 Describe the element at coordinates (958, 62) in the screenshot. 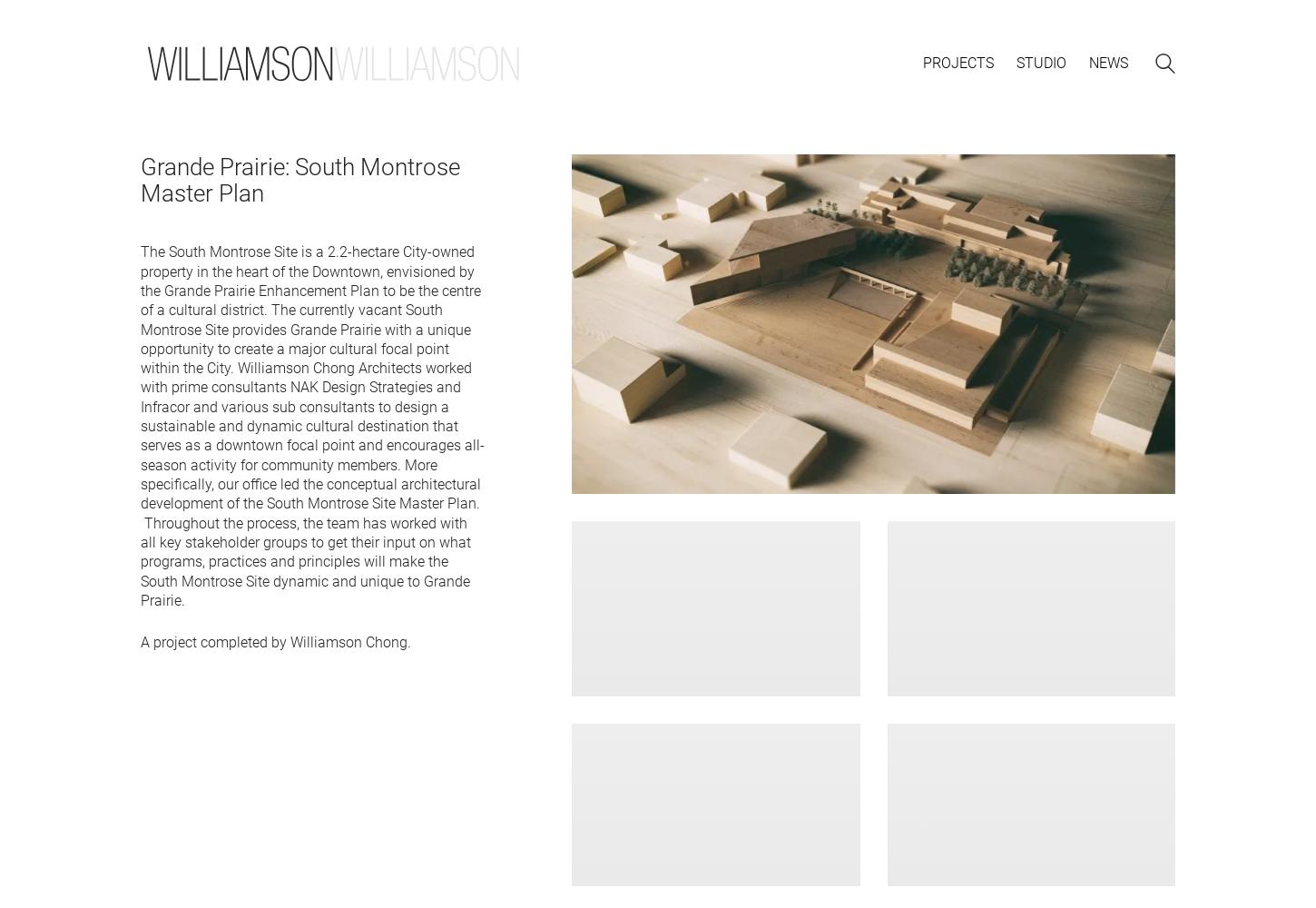

I see `'Projects'` at that location.